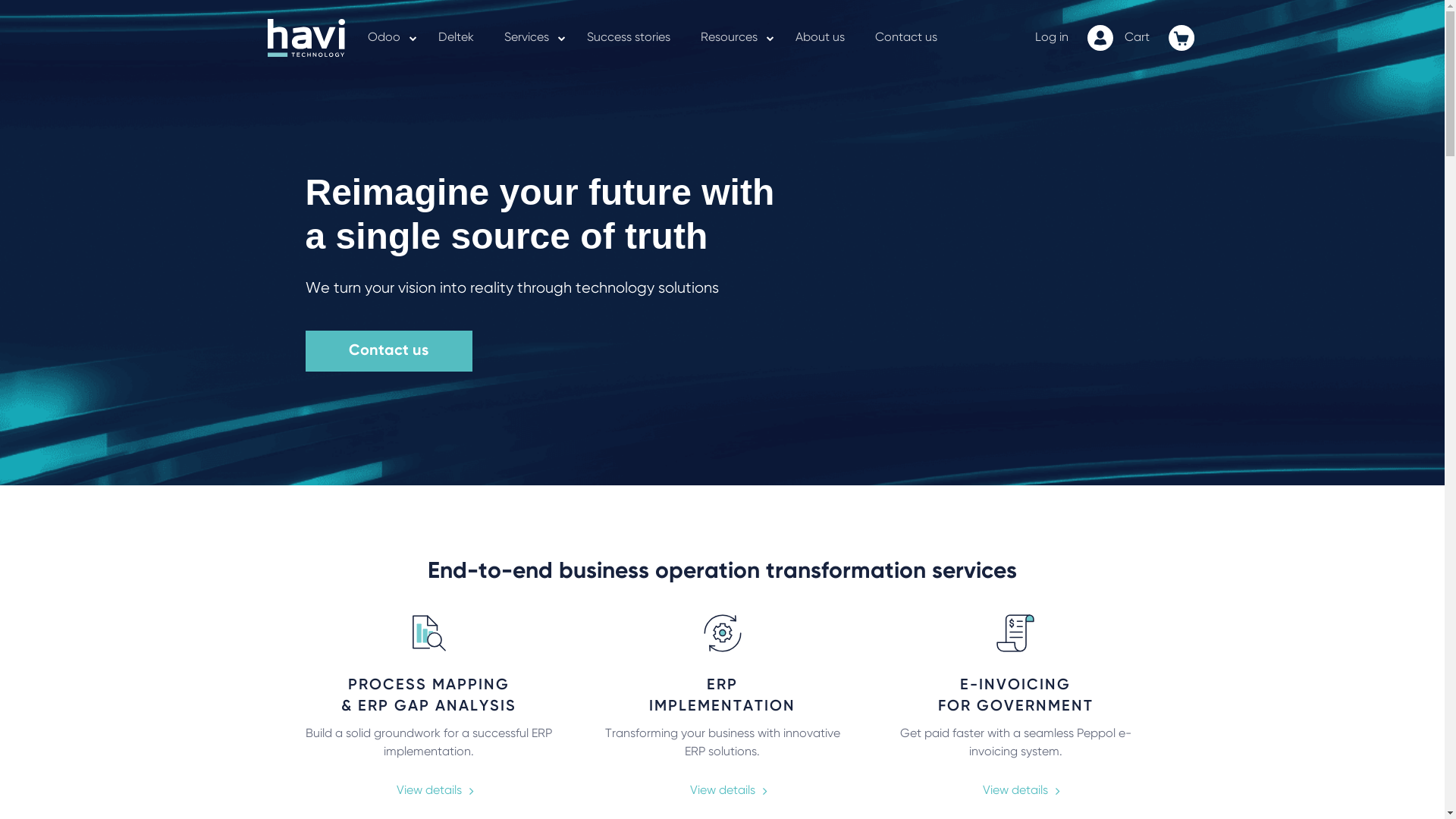 The height and width of the screenshot is (819, 1456). Describe the element at coordinates (1050, 37) in the screenshot. I see `'Log in'` at that location.